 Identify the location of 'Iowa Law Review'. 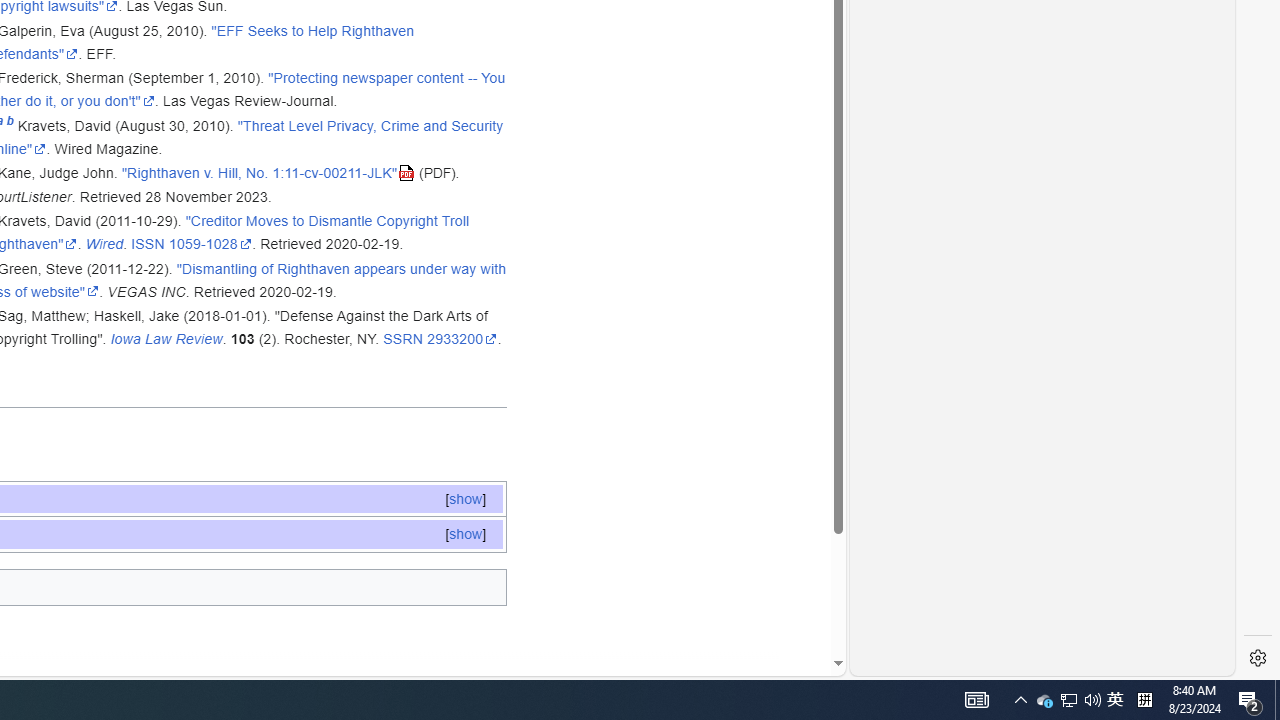
(166, 338).